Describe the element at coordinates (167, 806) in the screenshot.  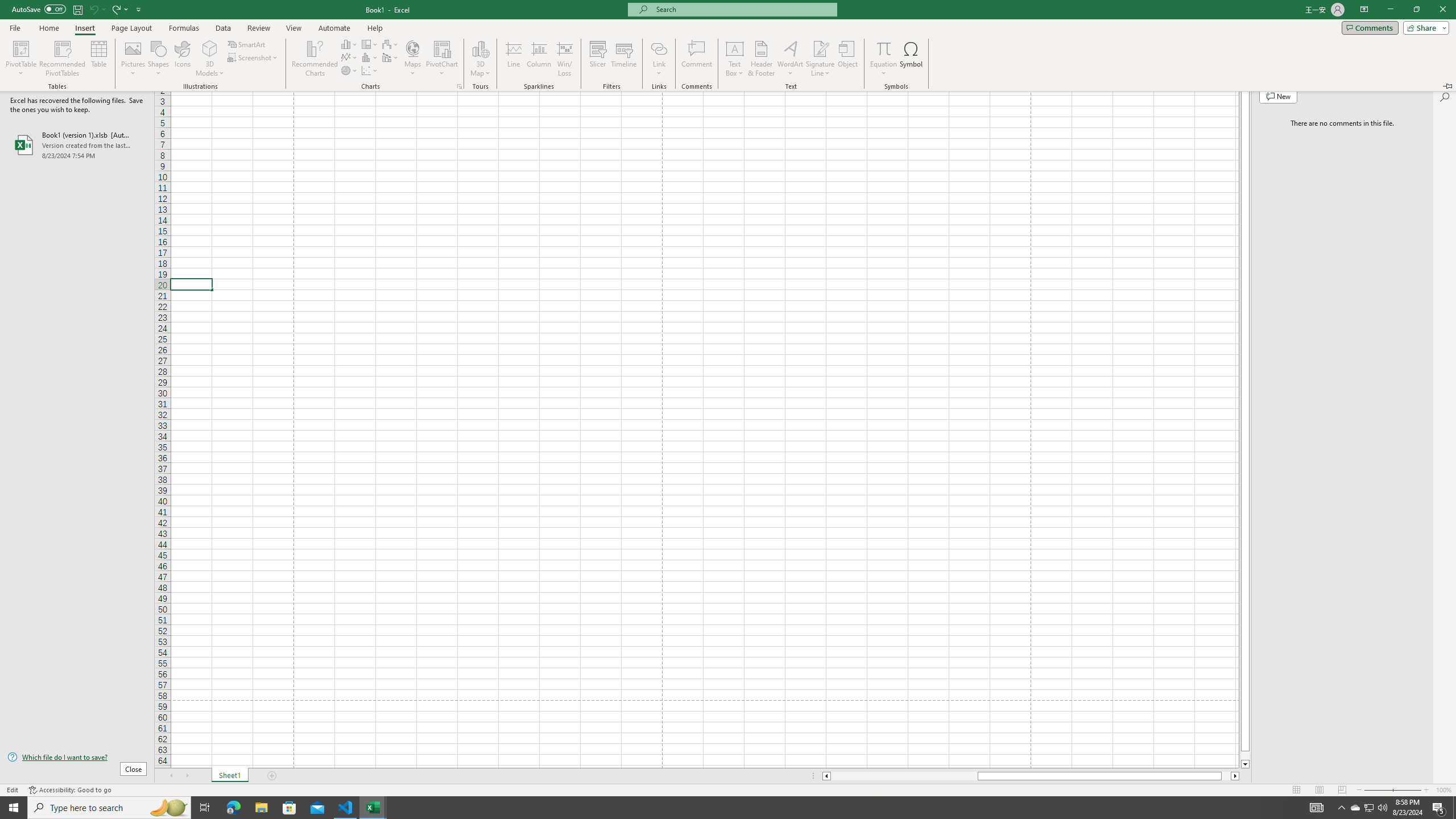
I see `'Search highlights icon opens search home window'` at that location.